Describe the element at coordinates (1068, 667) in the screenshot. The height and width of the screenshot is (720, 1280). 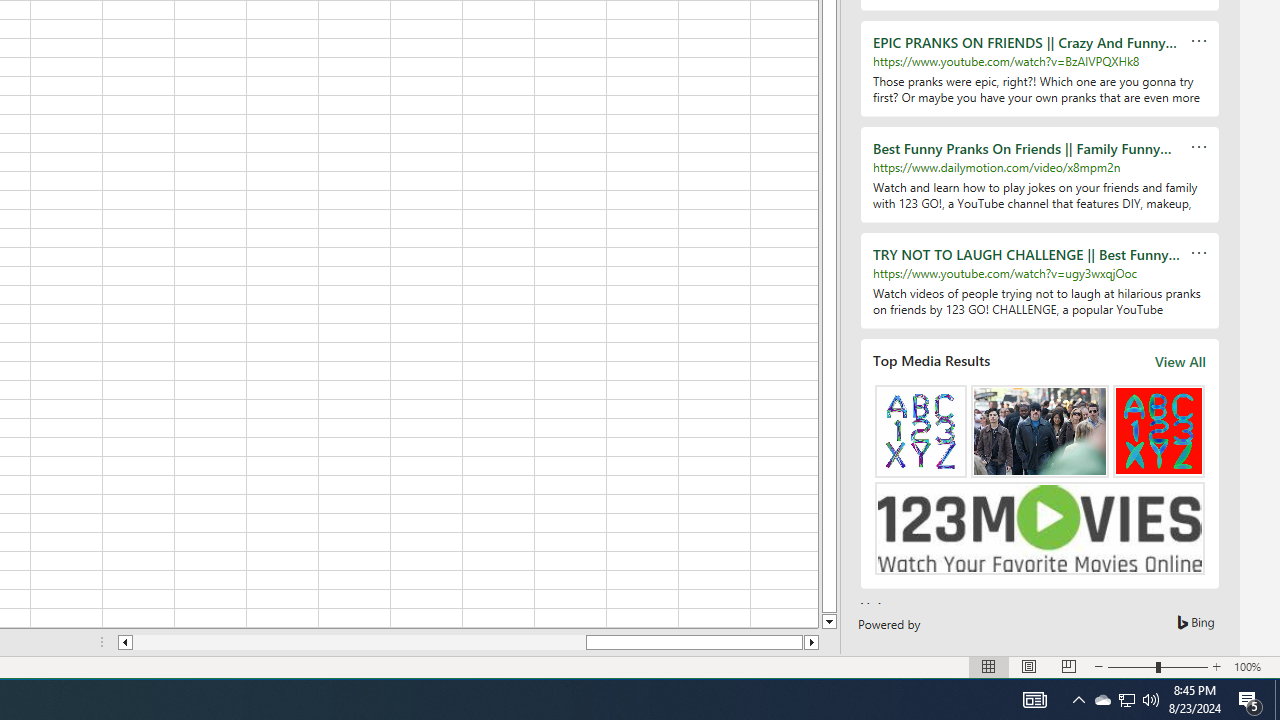
I see `'Page Break Preview'` at that location.